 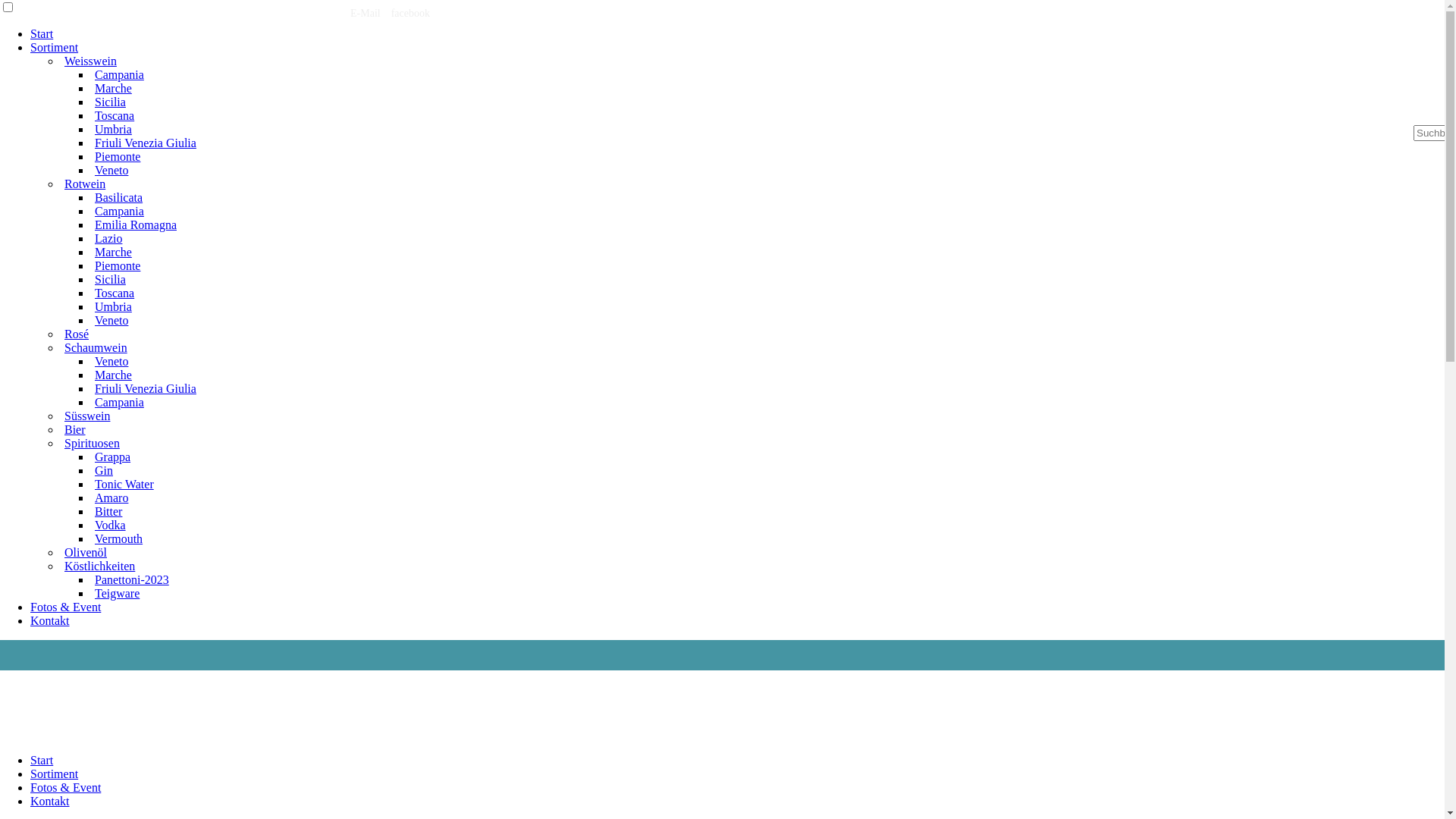 I want to click on 'Basilicata', so click(x=118, y=196).